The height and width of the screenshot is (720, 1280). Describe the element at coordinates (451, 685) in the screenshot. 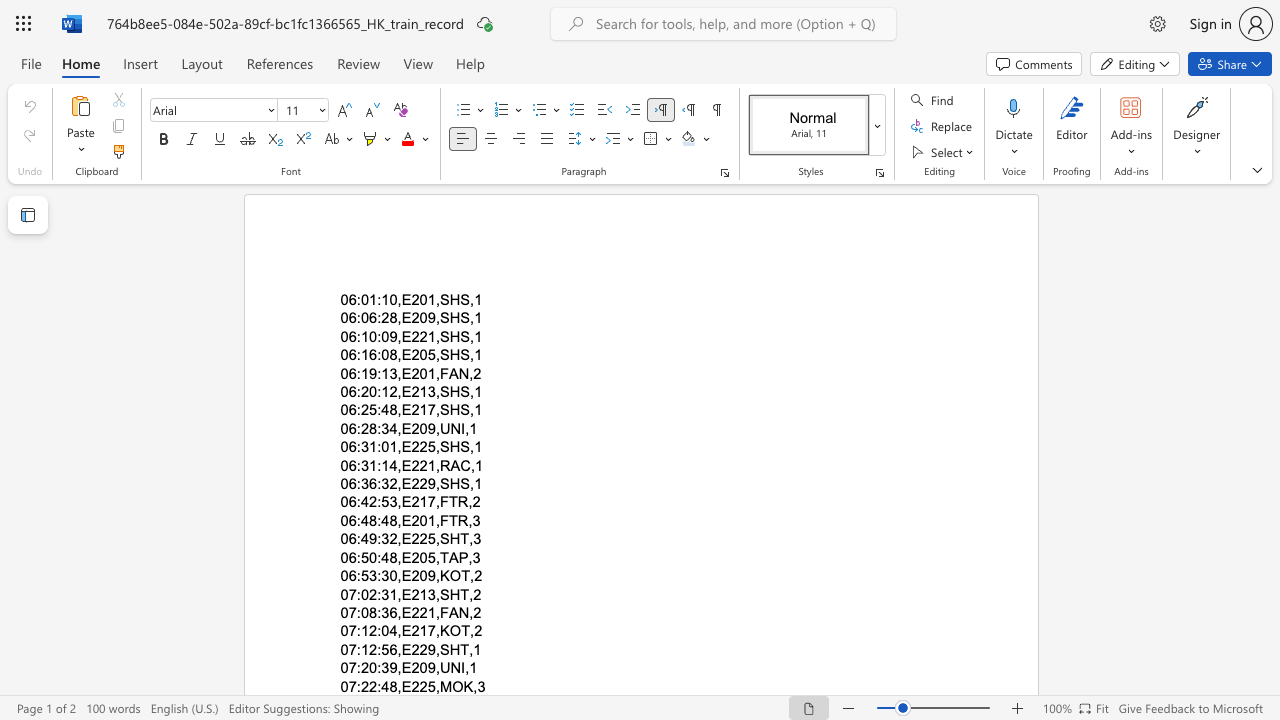

I see `the subset text "OK" within the text "07:22:48,E225,MOK,3"` at that location.